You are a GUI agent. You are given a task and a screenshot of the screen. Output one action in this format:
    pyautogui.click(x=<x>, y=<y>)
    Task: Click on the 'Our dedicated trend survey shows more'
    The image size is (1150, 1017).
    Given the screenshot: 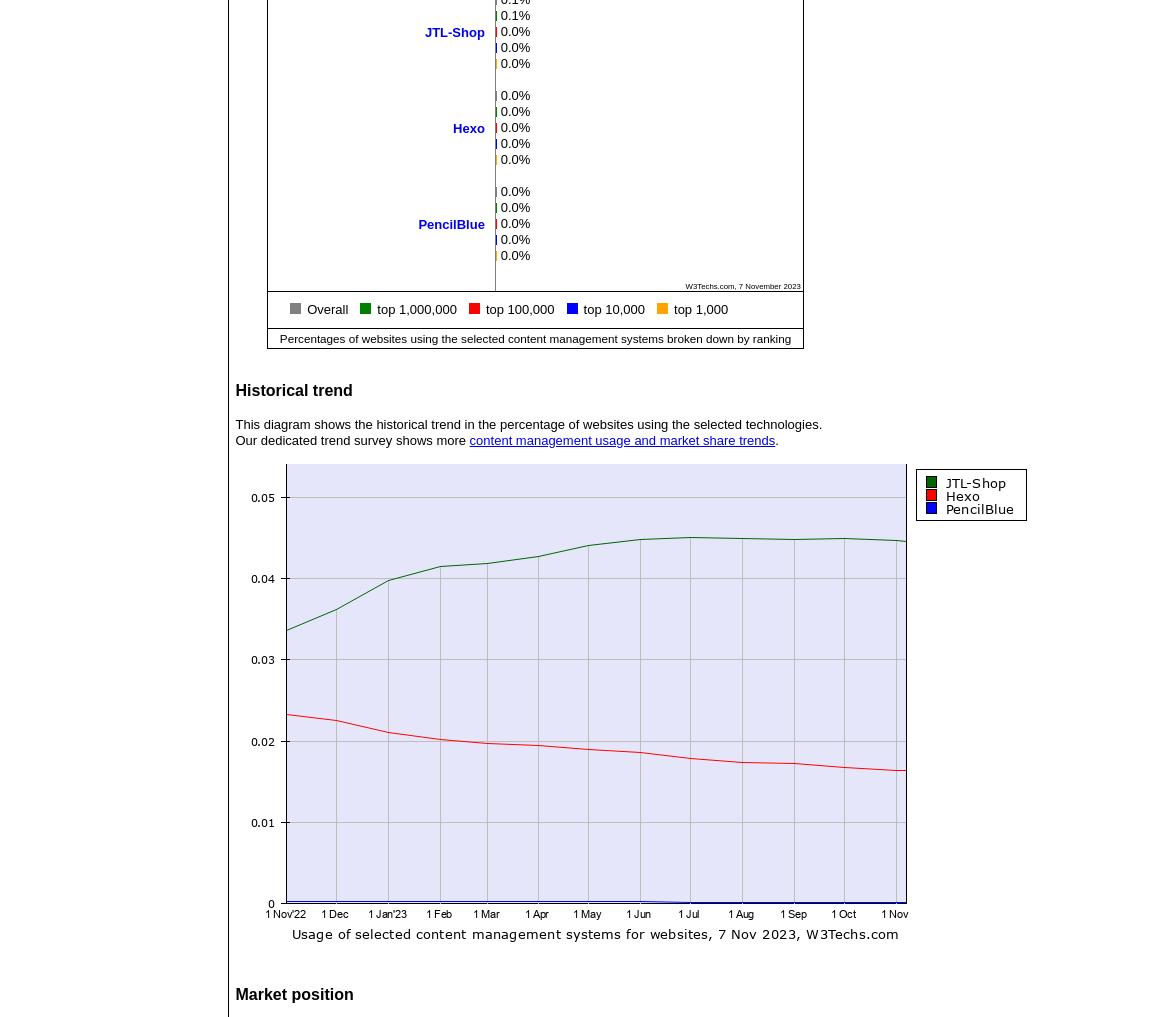 What is the action you would take?
    pyautogui.click(x=352, y=440)
    